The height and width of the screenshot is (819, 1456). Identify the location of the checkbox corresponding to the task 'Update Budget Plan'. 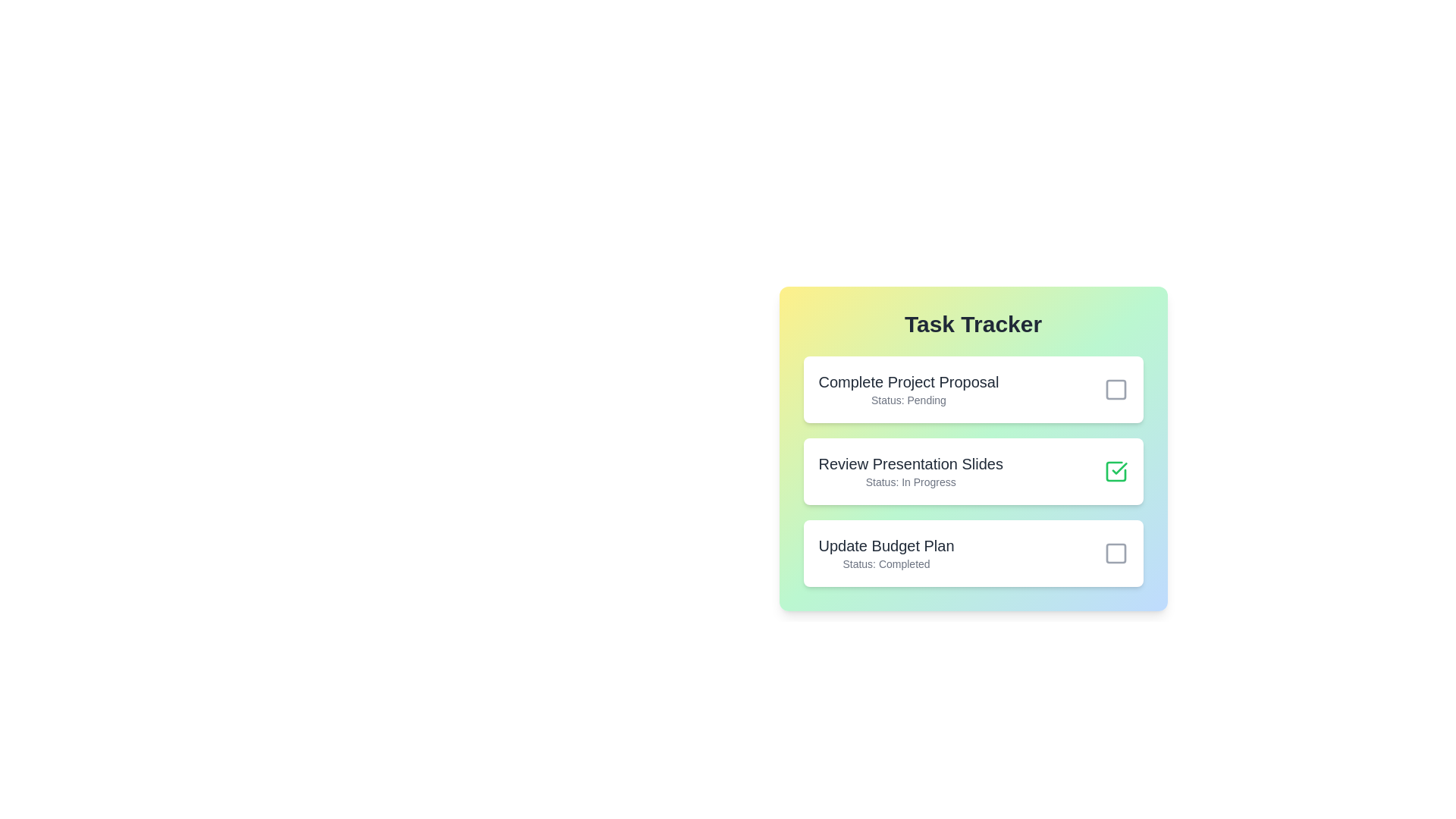
(1116, 553).